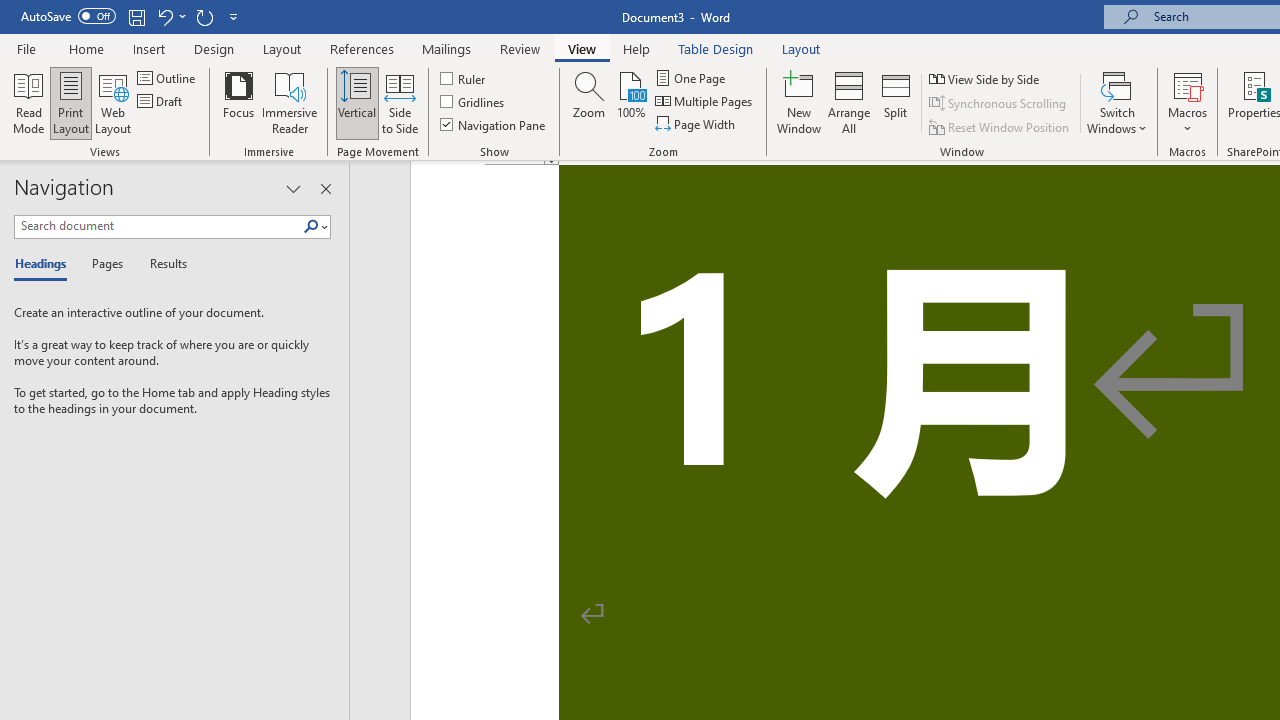 The image size is (1280, 720). What do you see at coordinates (130, 16) in the screenshot?
I see `'Quick Access Toolbar'` at bounding box center [130, 16].